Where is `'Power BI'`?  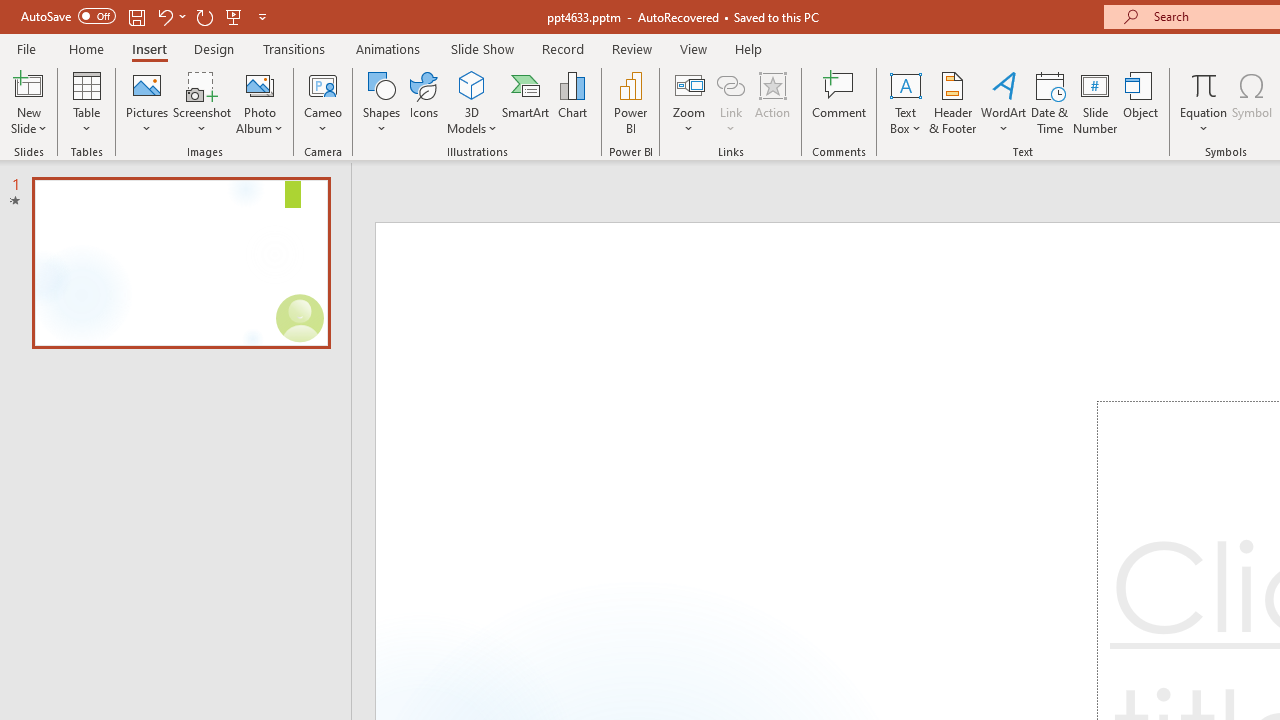
'Power BI' is located at coordinates (630, 103).